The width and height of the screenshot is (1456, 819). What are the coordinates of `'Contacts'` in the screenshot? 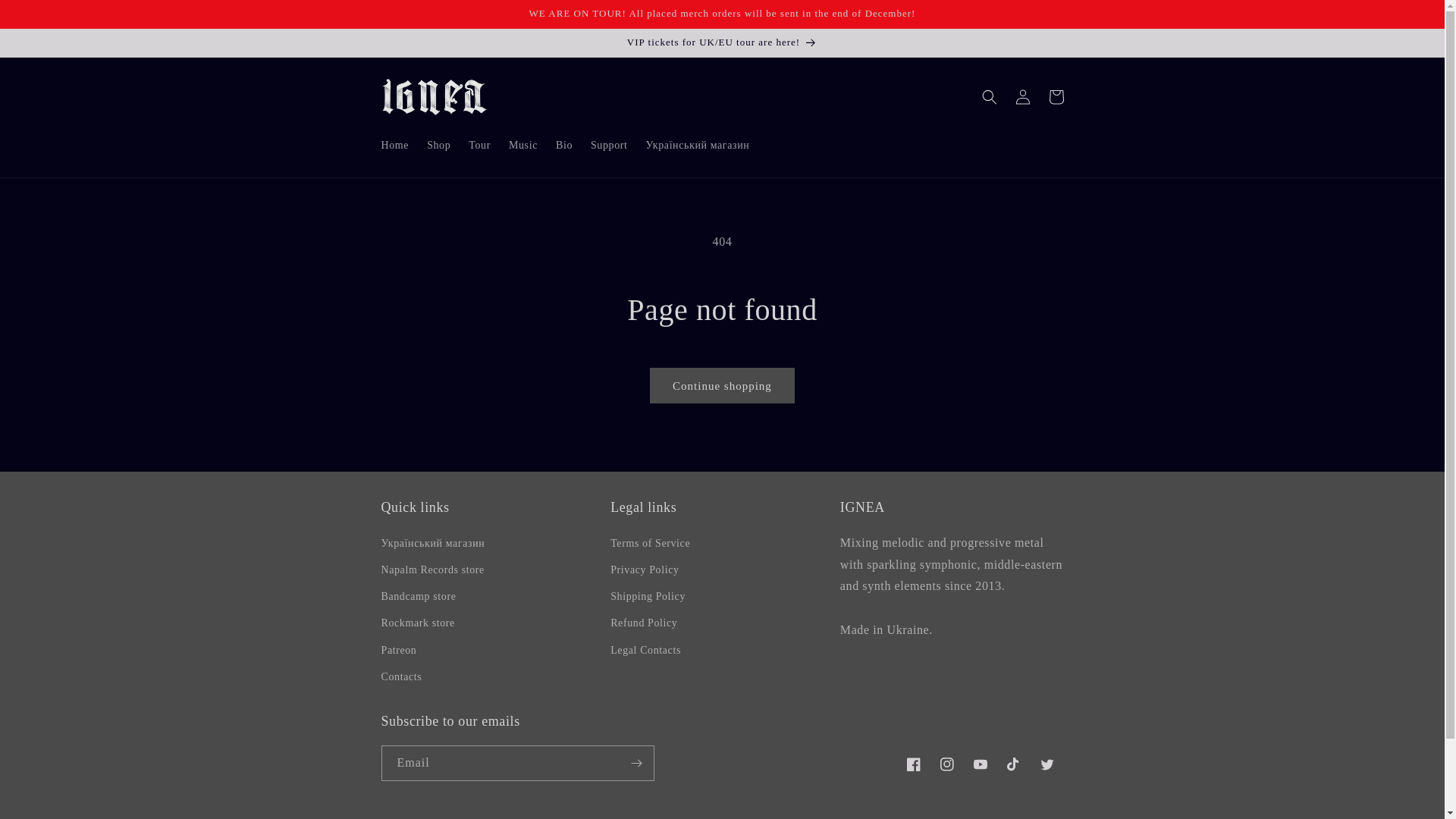 It's located at (381, 676).